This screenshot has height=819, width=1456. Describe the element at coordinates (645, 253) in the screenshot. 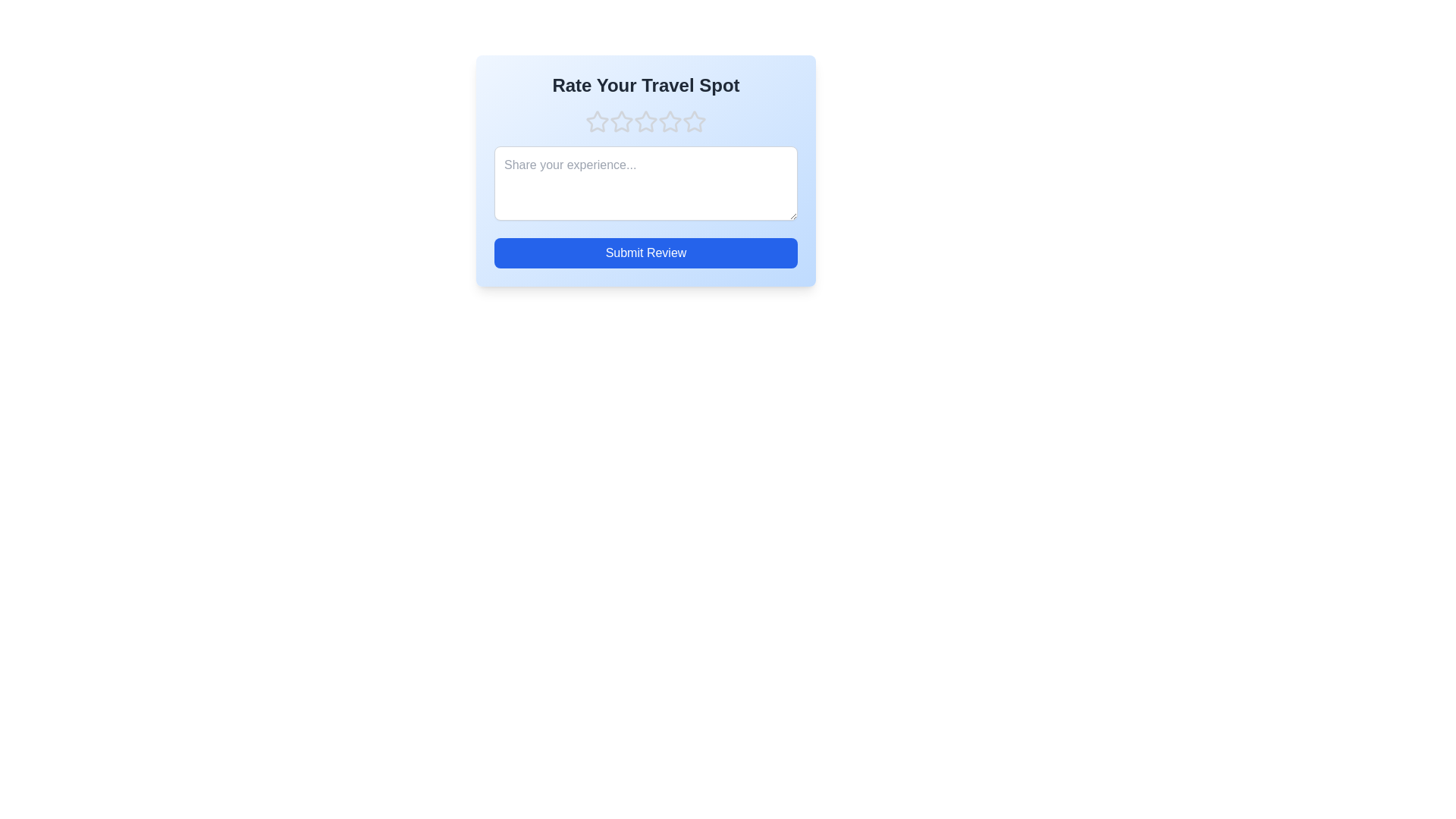

I see `'Submit Review' button to submit the review` at that location.